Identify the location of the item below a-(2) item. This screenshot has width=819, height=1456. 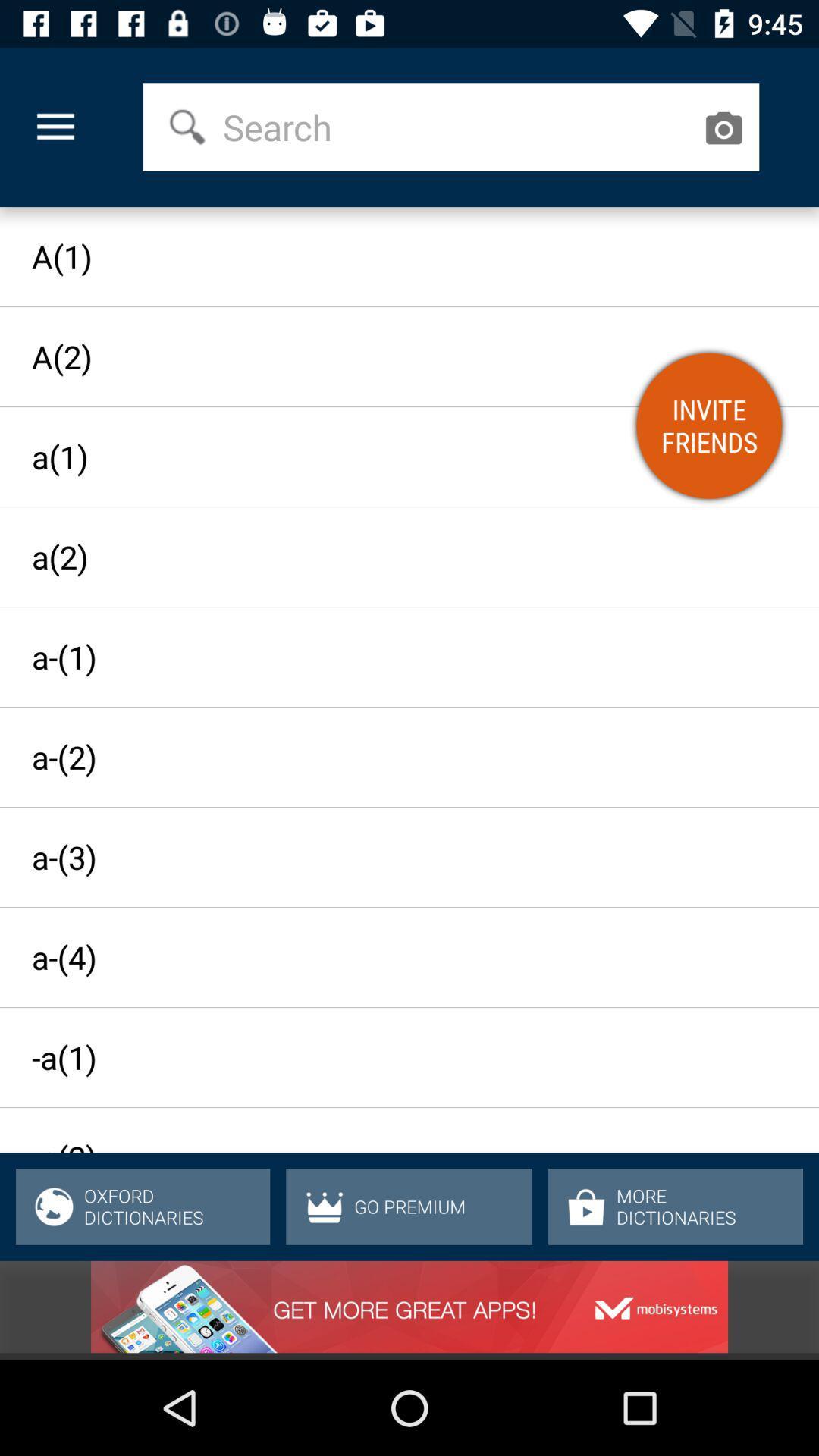
(394, 857).